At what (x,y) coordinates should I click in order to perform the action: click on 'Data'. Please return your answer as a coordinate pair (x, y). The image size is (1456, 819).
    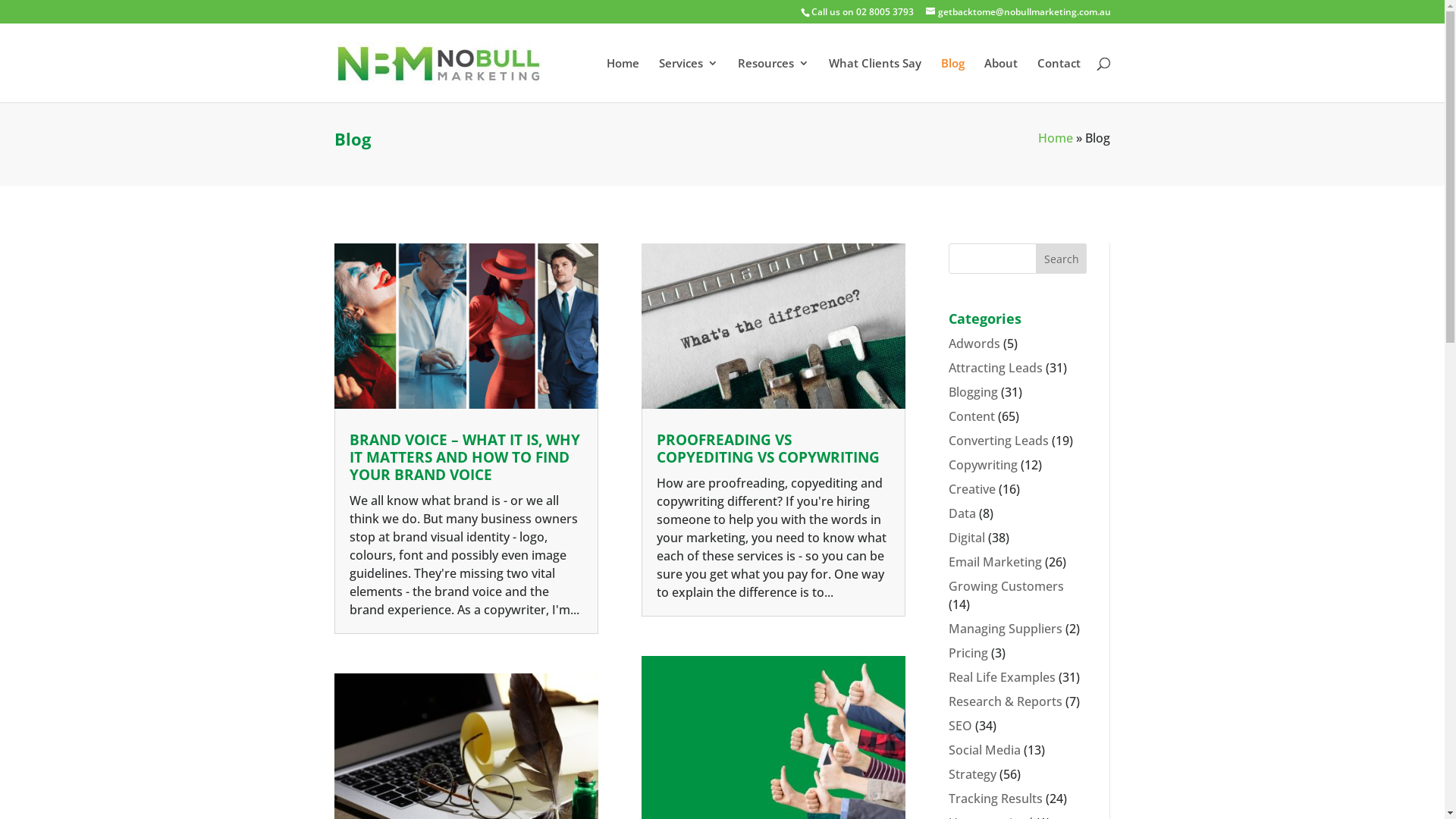
    Looking at the image, I should click on (948, 513).